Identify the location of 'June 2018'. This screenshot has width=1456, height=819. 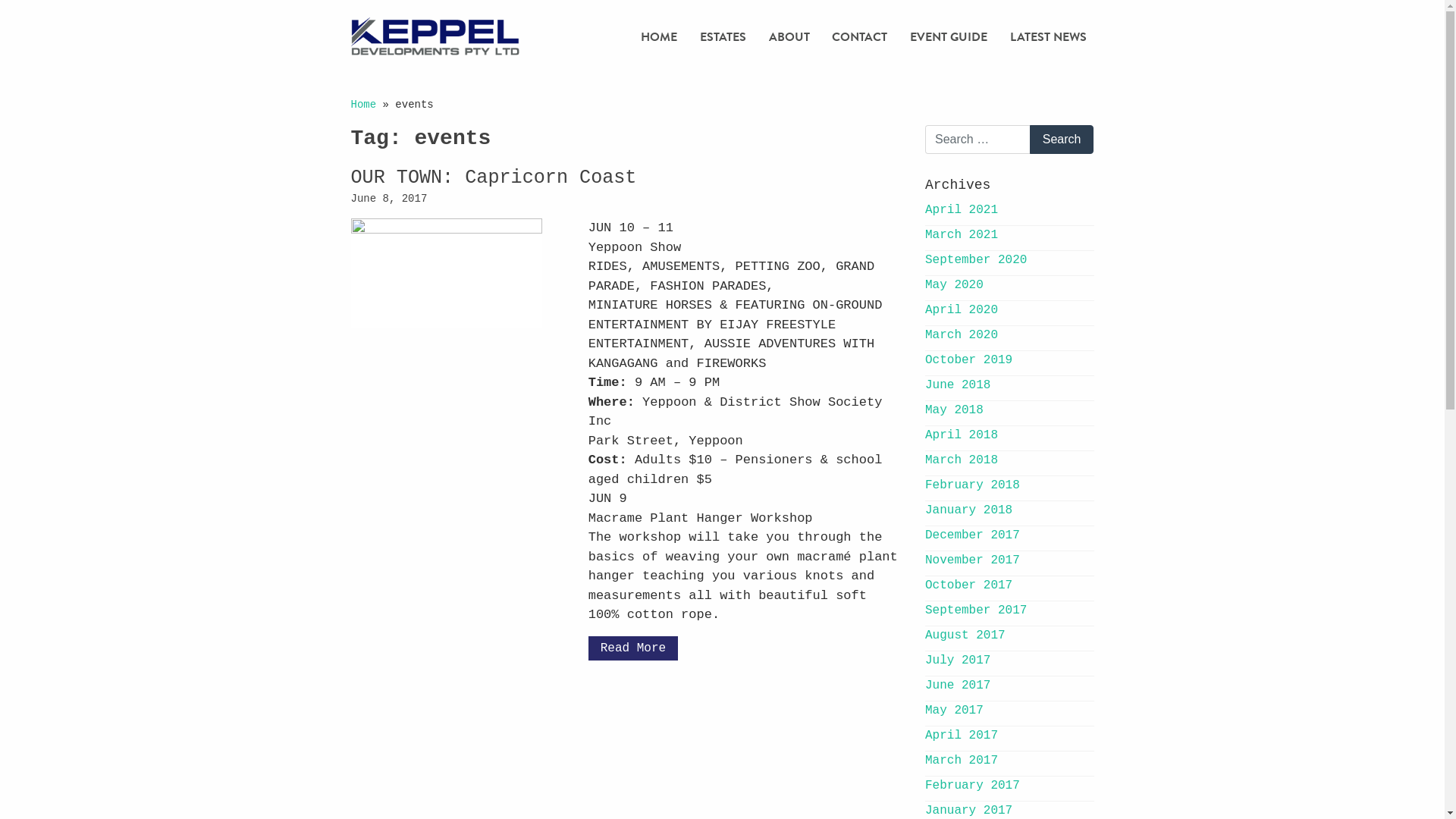
(956, 384).